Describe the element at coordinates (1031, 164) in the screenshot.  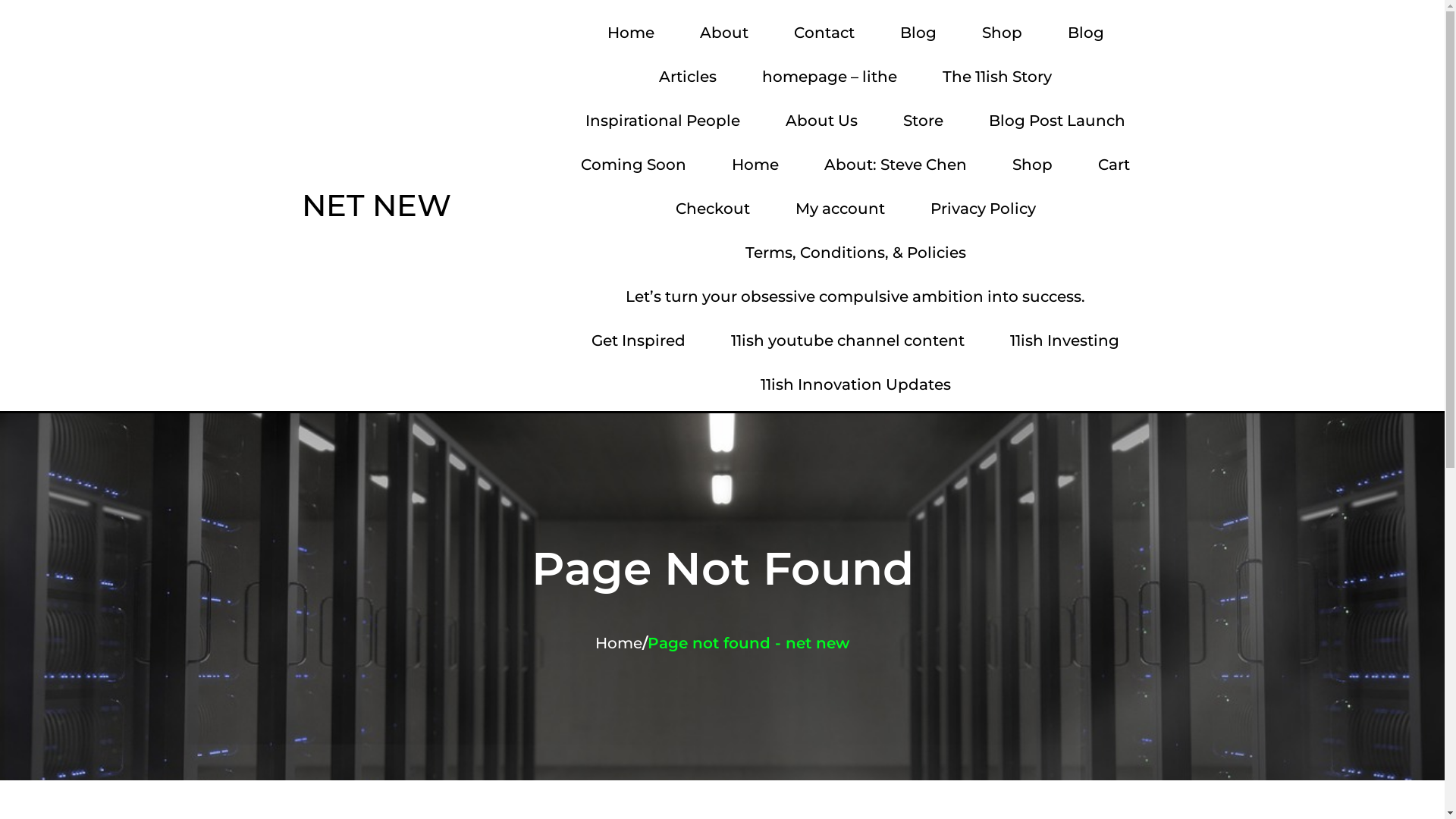
I see `'Shop'` at that location.